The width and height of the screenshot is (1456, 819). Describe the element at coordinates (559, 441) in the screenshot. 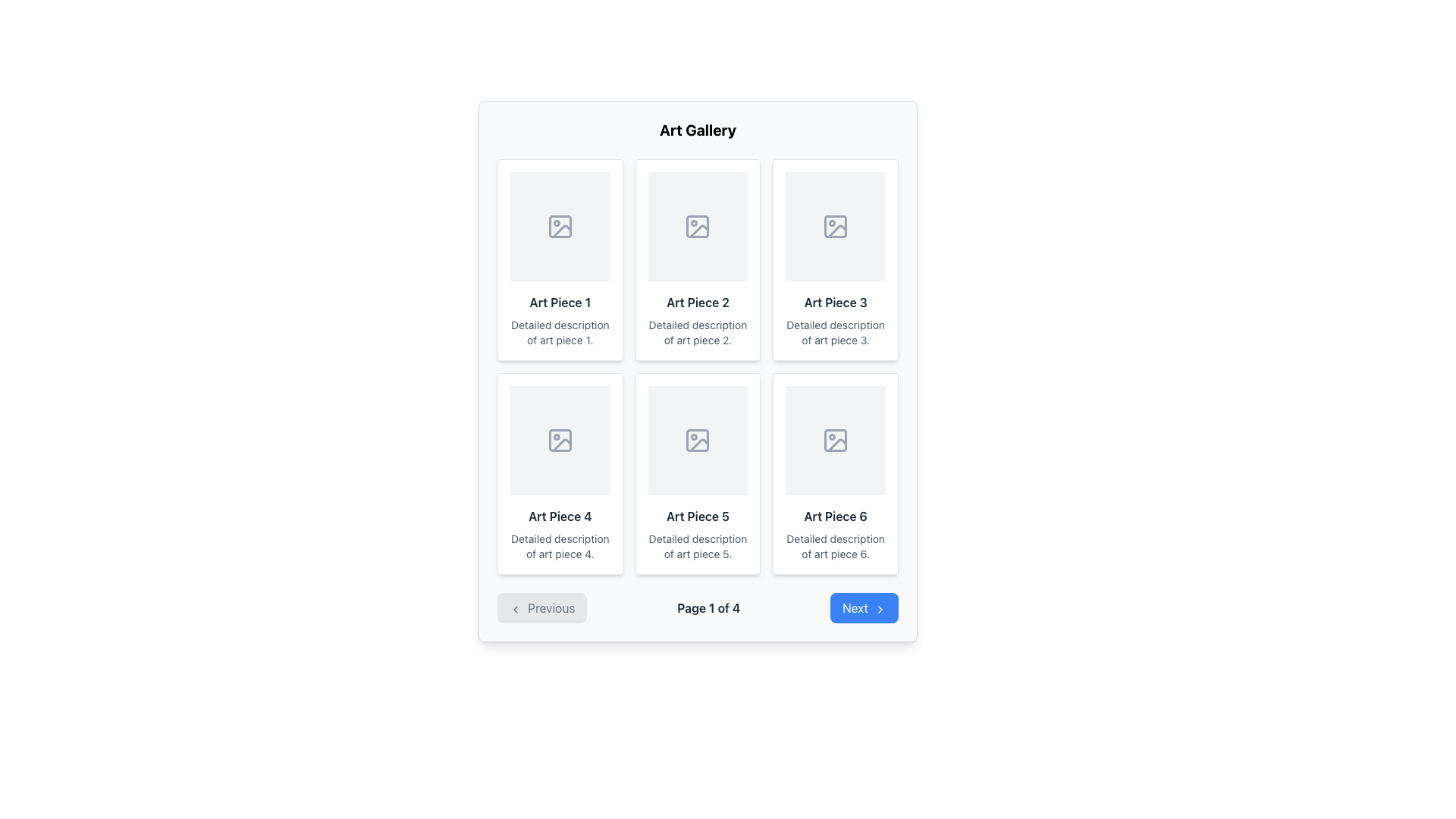

I see `the SVG icon located in the bottom-left cell of the grid, beneath 'Art Piece 1' and adjacent to 'Art Piece 5'` at that location.